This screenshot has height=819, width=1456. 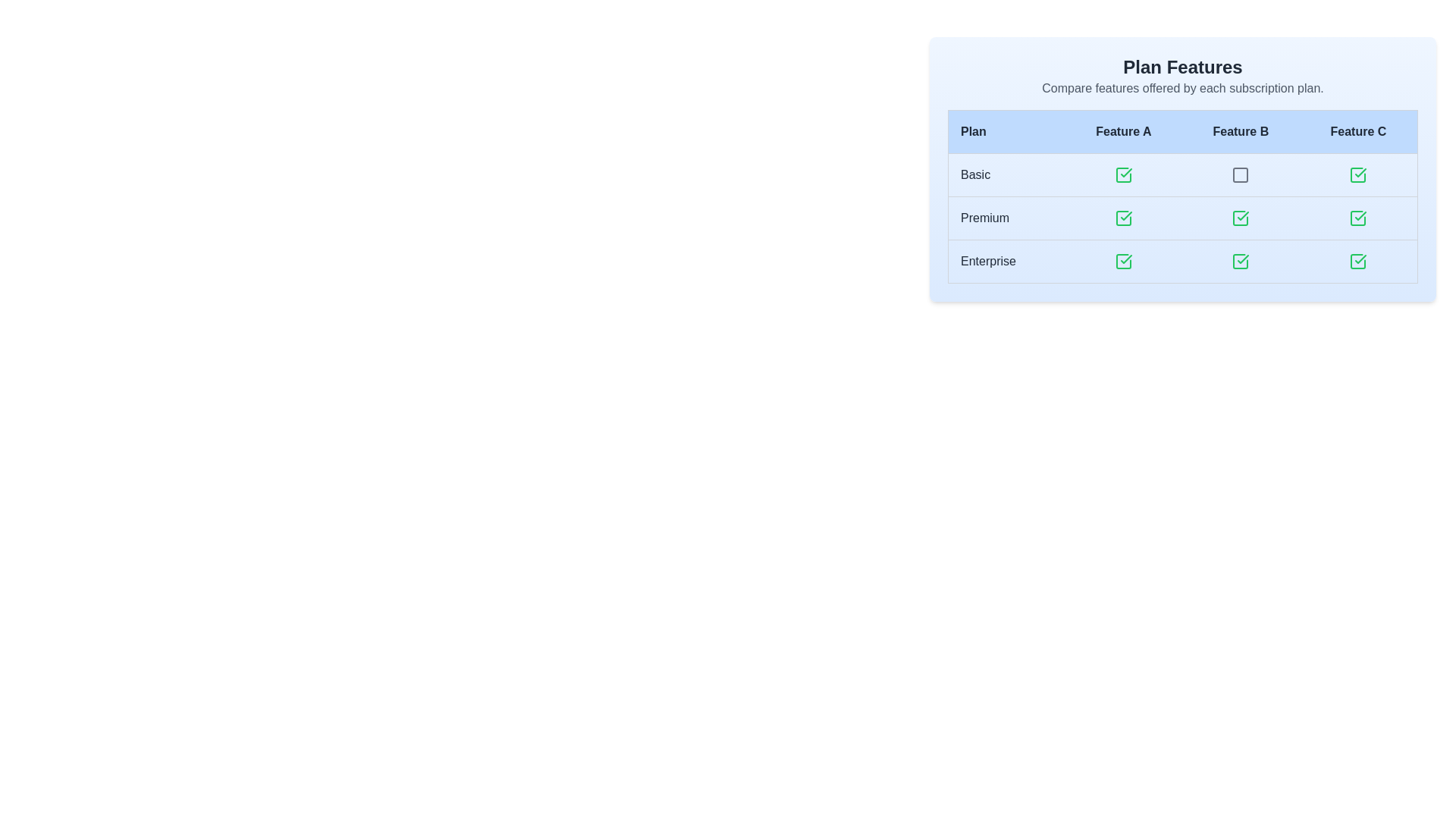 I want to click on the visual indicator for 'Feature C' in the 'Premium' subscription plan, located in the third column of the second row of the table, so click(x=1358, y=218).